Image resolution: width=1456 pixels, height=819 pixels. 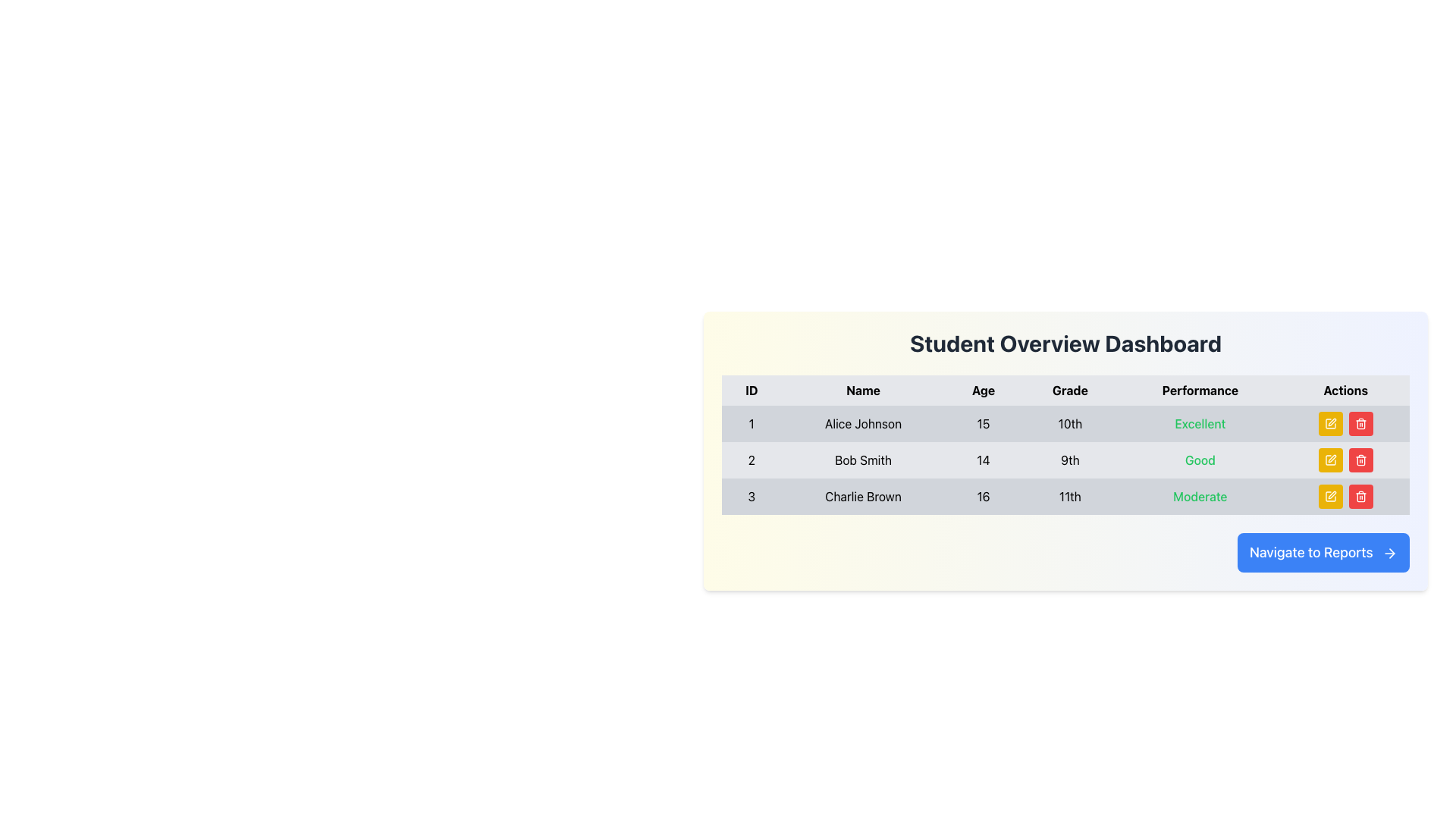 I want to click on the yellow button with a pencil icon in the 'Actions' column of the 'Student Overview Dashboard' for 'Bob Smith' to initiate the edit function, so click(x=1329, y=459).